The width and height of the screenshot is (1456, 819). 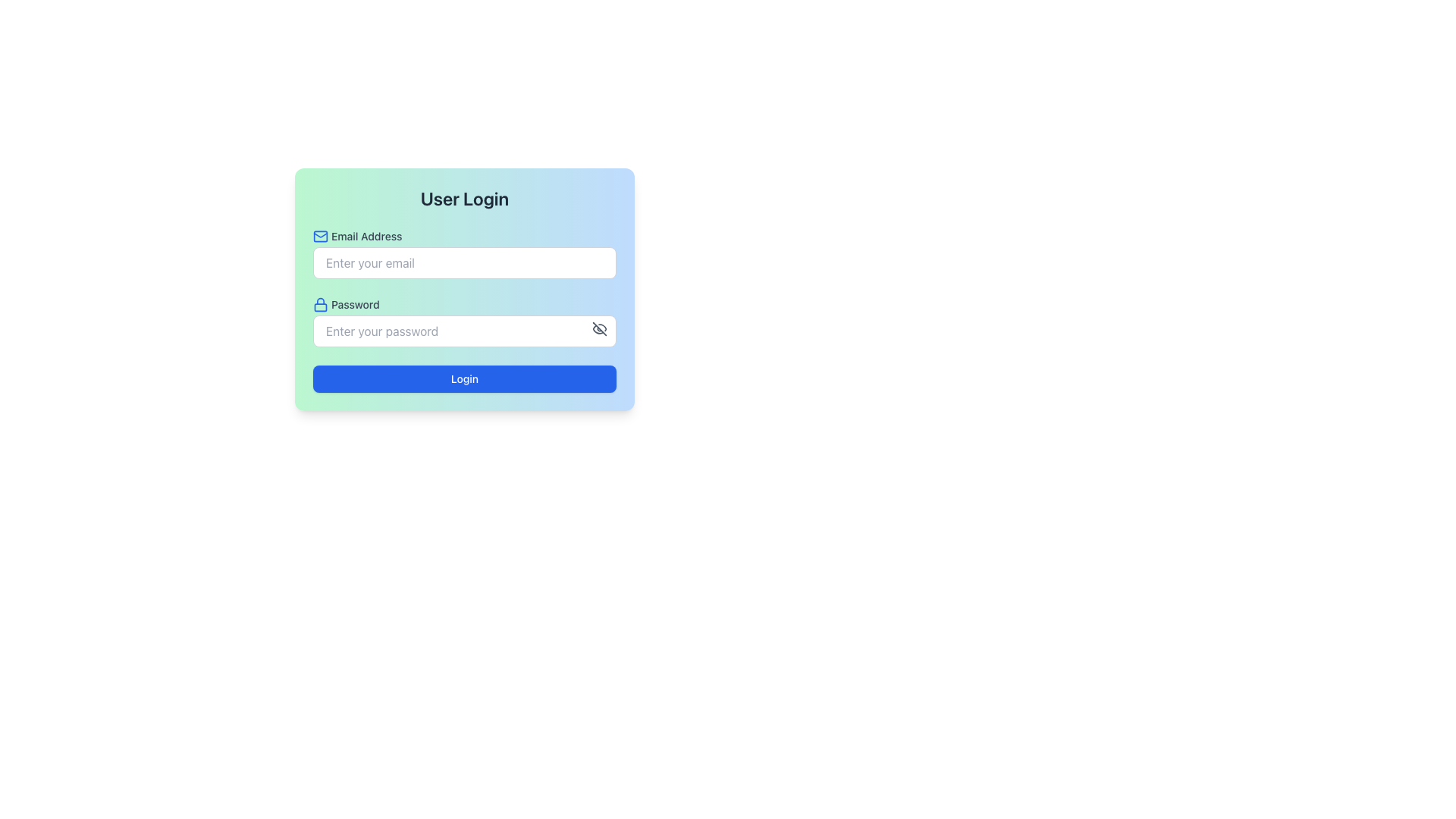 I want to click on the SVG rectangle embedded in the envelope icon within the login form, which is part of the email address input area, so click(x=319, y=237).